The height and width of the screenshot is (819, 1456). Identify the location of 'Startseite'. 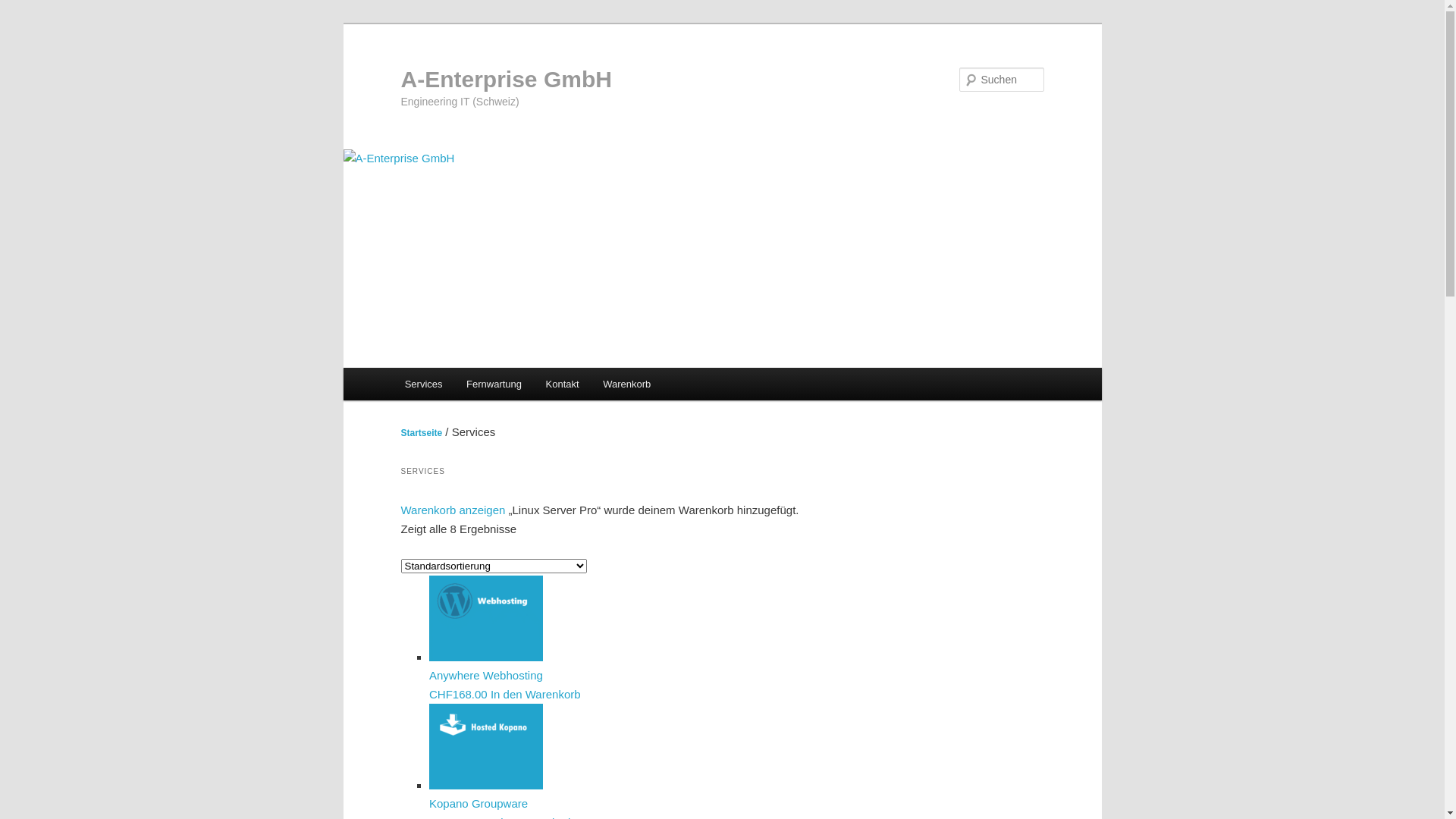
(421, 432).